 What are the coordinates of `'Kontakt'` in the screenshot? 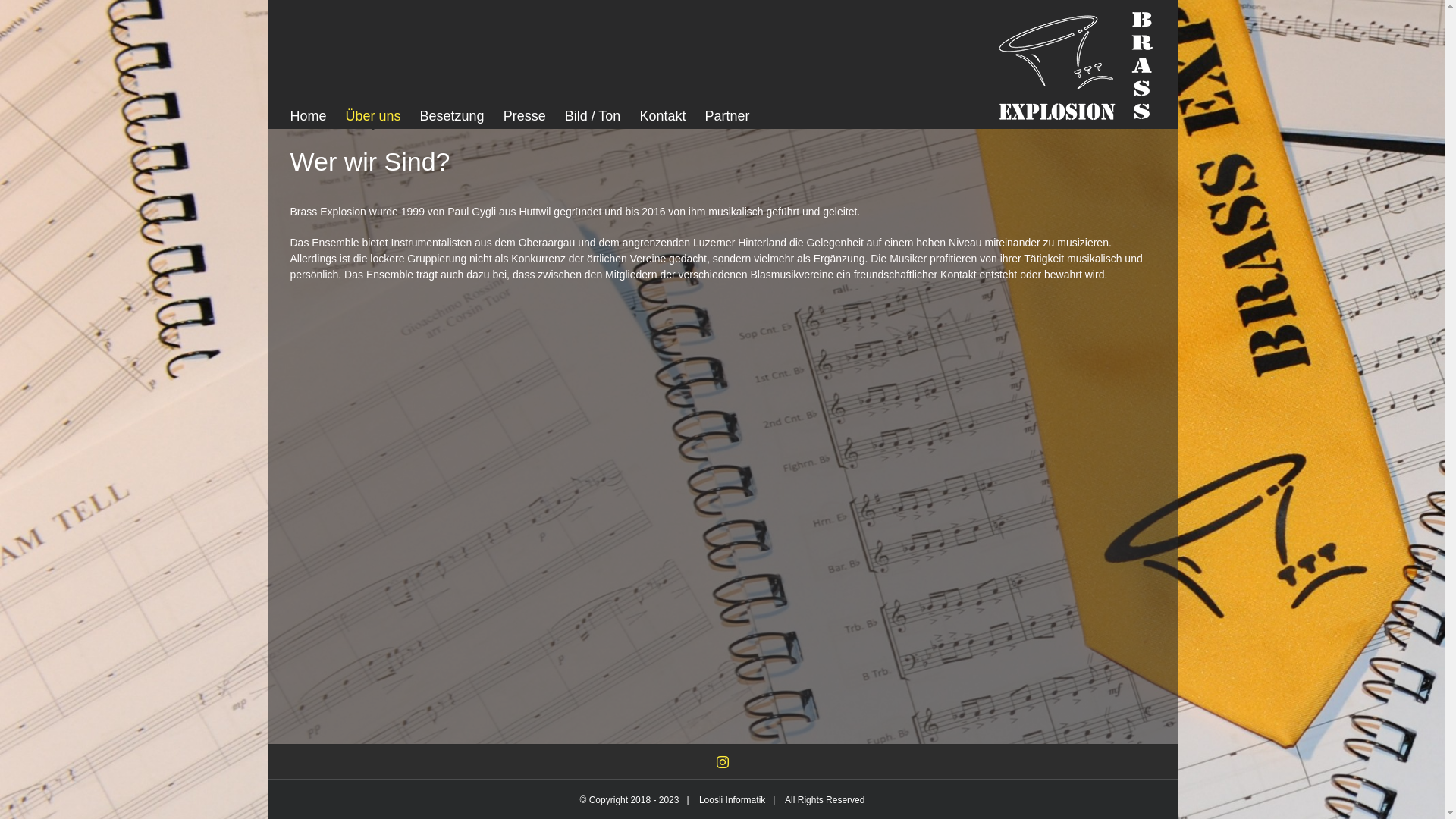 It's located at (662, 115).